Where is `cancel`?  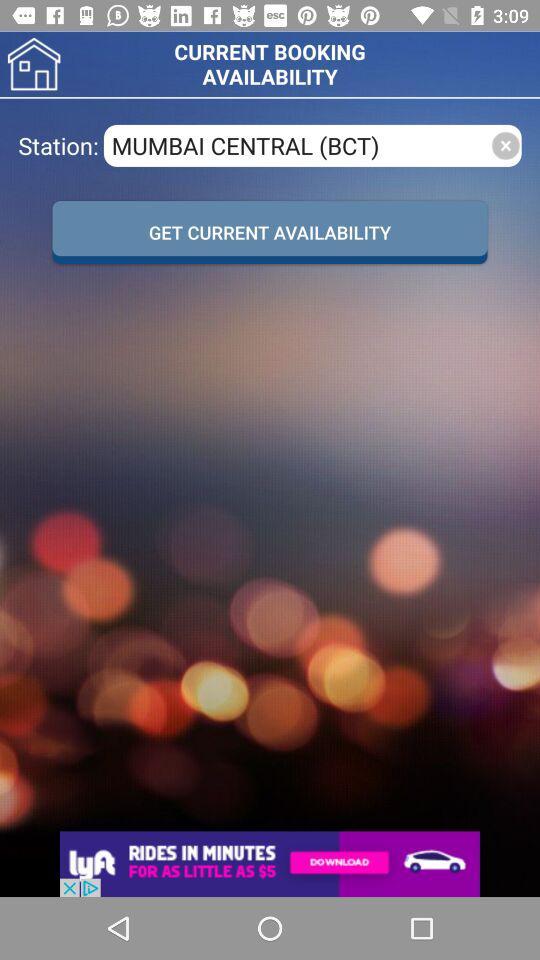
cancel is located at coordinates (504, 144).